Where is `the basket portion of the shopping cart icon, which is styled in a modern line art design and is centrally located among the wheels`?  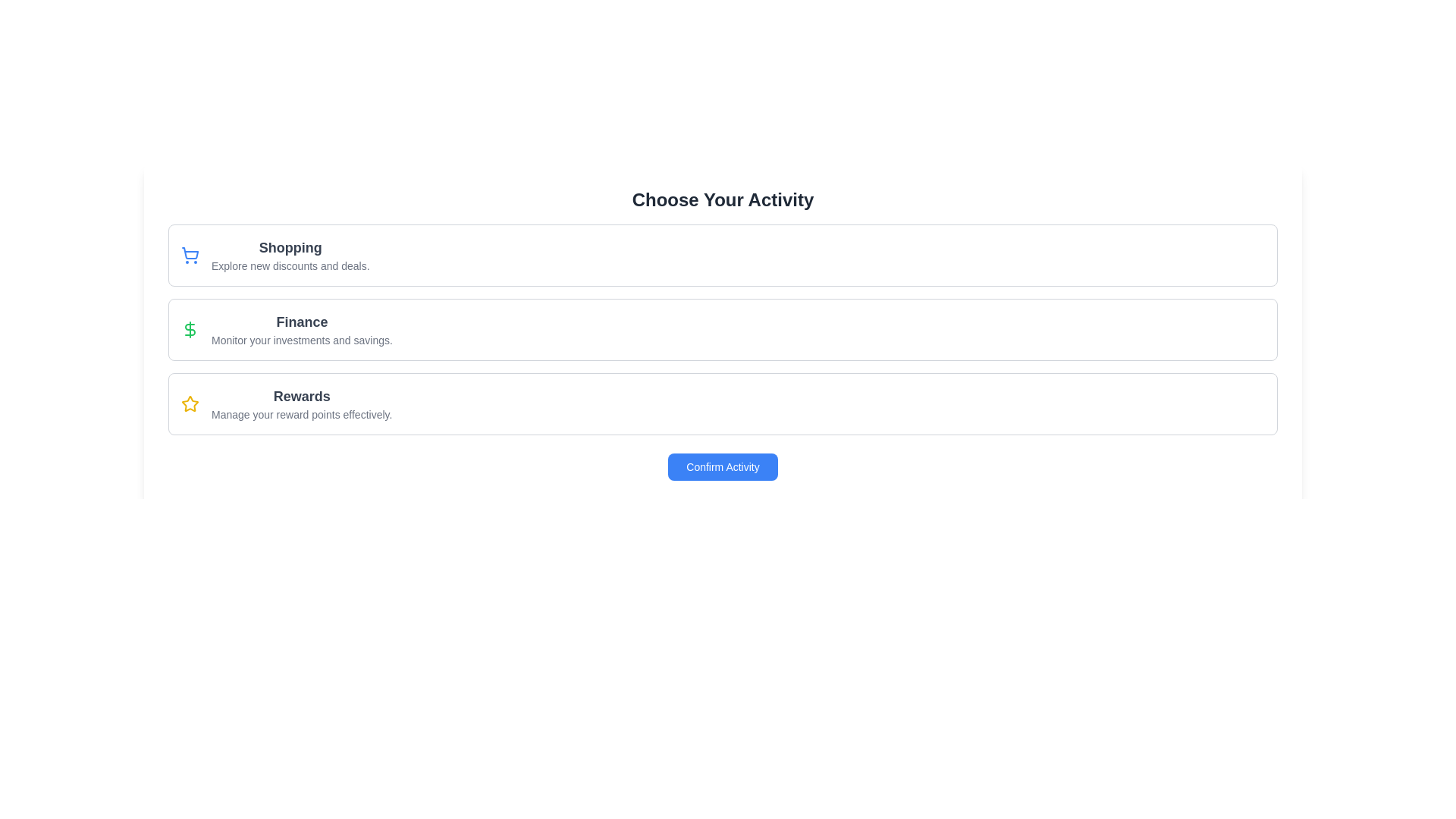
the basket portion of the shopping cart icon, which is styled in a modern line art design and is centrally located among the wheels is located at coordinates (190, 253).